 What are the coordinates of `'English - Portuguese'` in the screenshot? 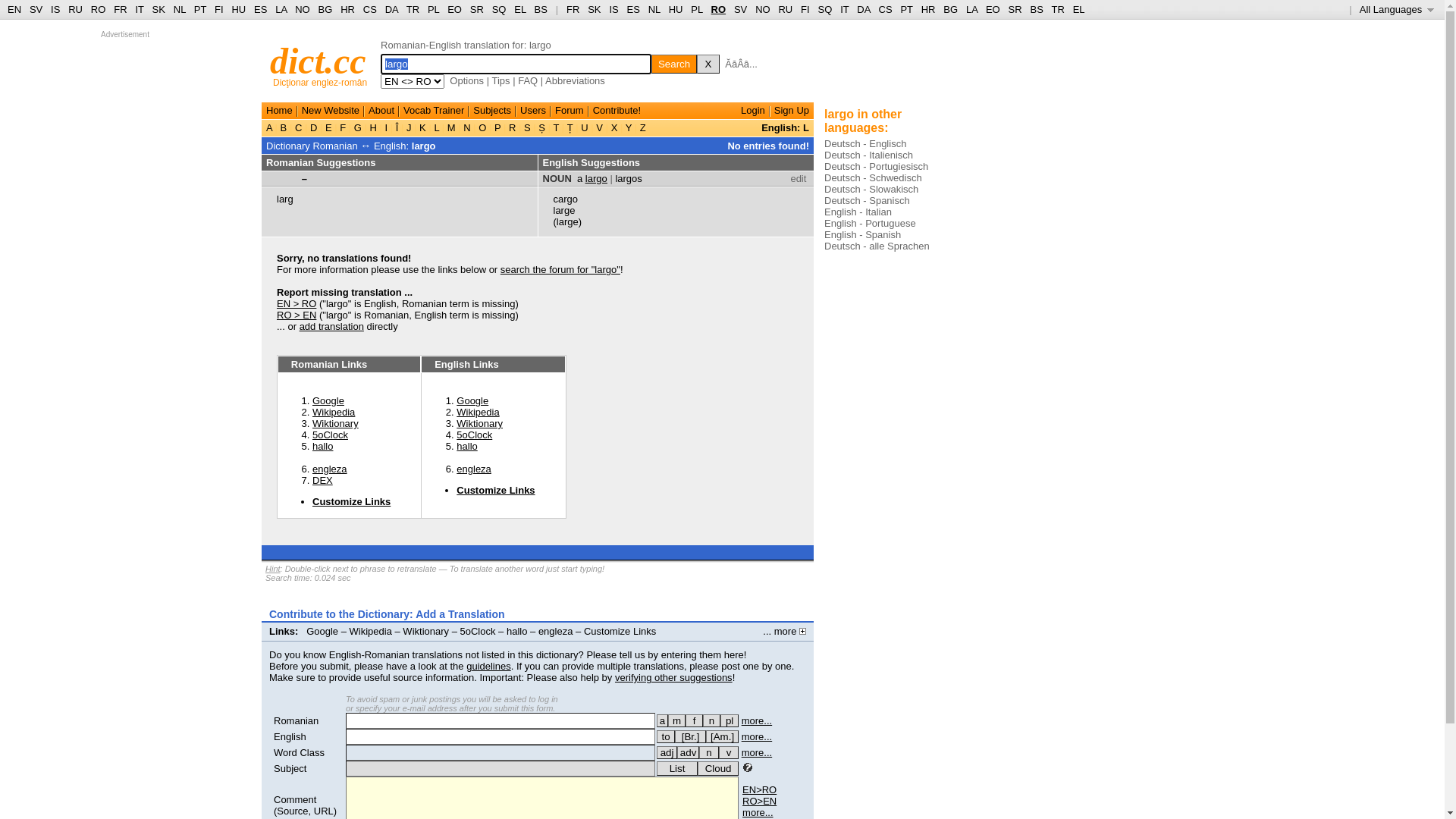 It's located at (870, 223).